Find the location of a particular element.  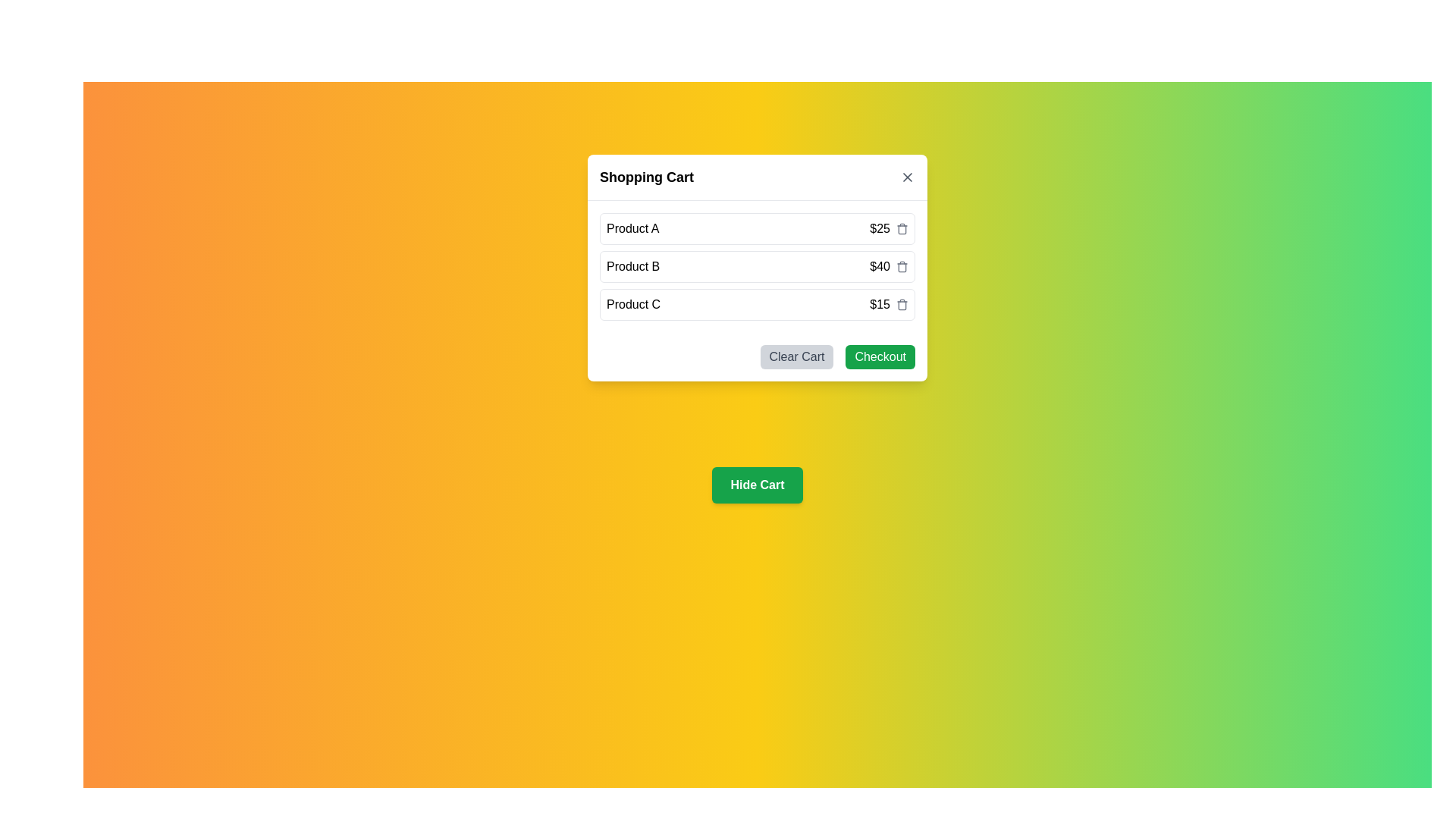

the 'Clear Cart' button, which is a rectangular button with a gray background and dark gray text, positioned at the bottom left of the pop-up shopping cart interface is located at coordinates (796, 356).